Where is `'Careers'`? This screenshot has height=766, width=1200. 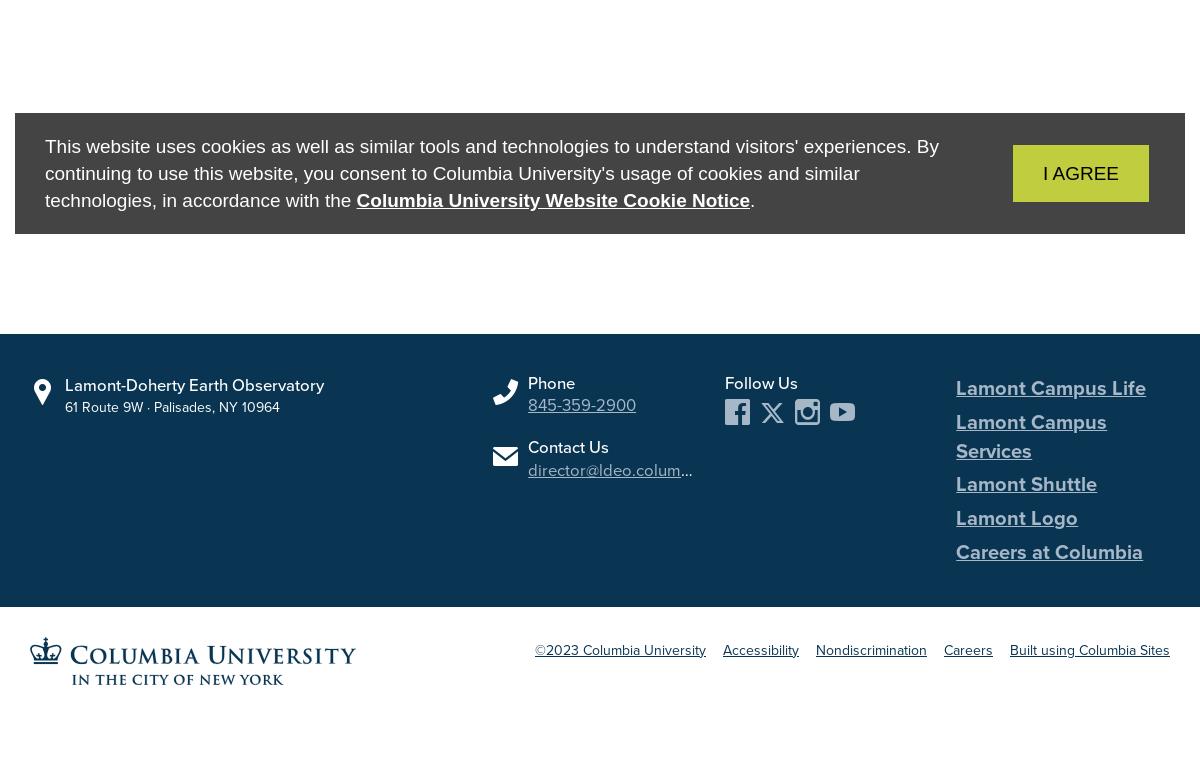
'Careers' is located at coordinates (968, 648).